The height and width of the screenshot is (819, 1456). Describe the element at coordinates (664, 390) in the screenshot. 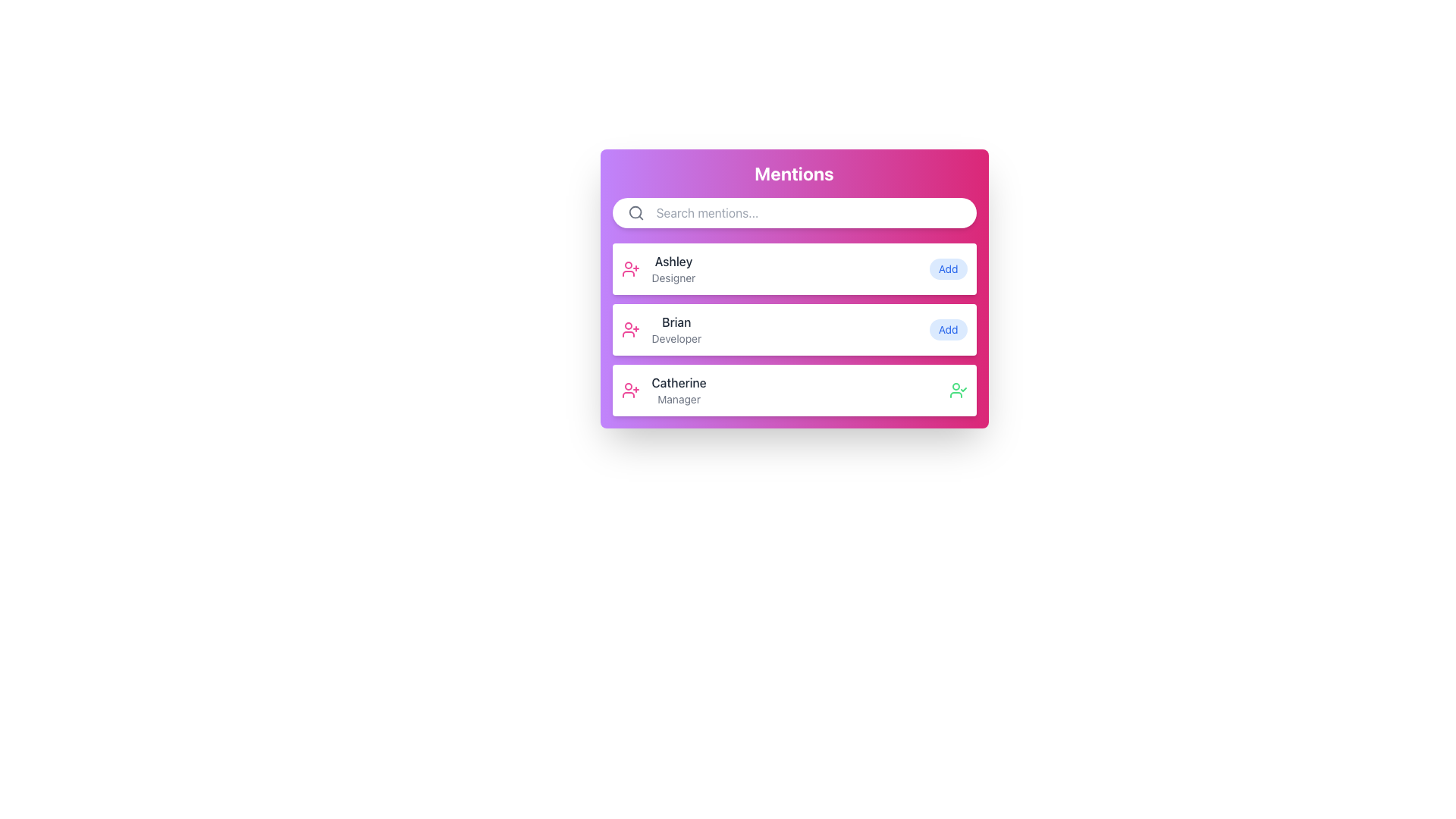

I see `the list item entry representing the user 'Catherine', who is identified as a 'Manager', located in a vertical list under 'Ashley Designer' and 'Brian Developer'` at that location.